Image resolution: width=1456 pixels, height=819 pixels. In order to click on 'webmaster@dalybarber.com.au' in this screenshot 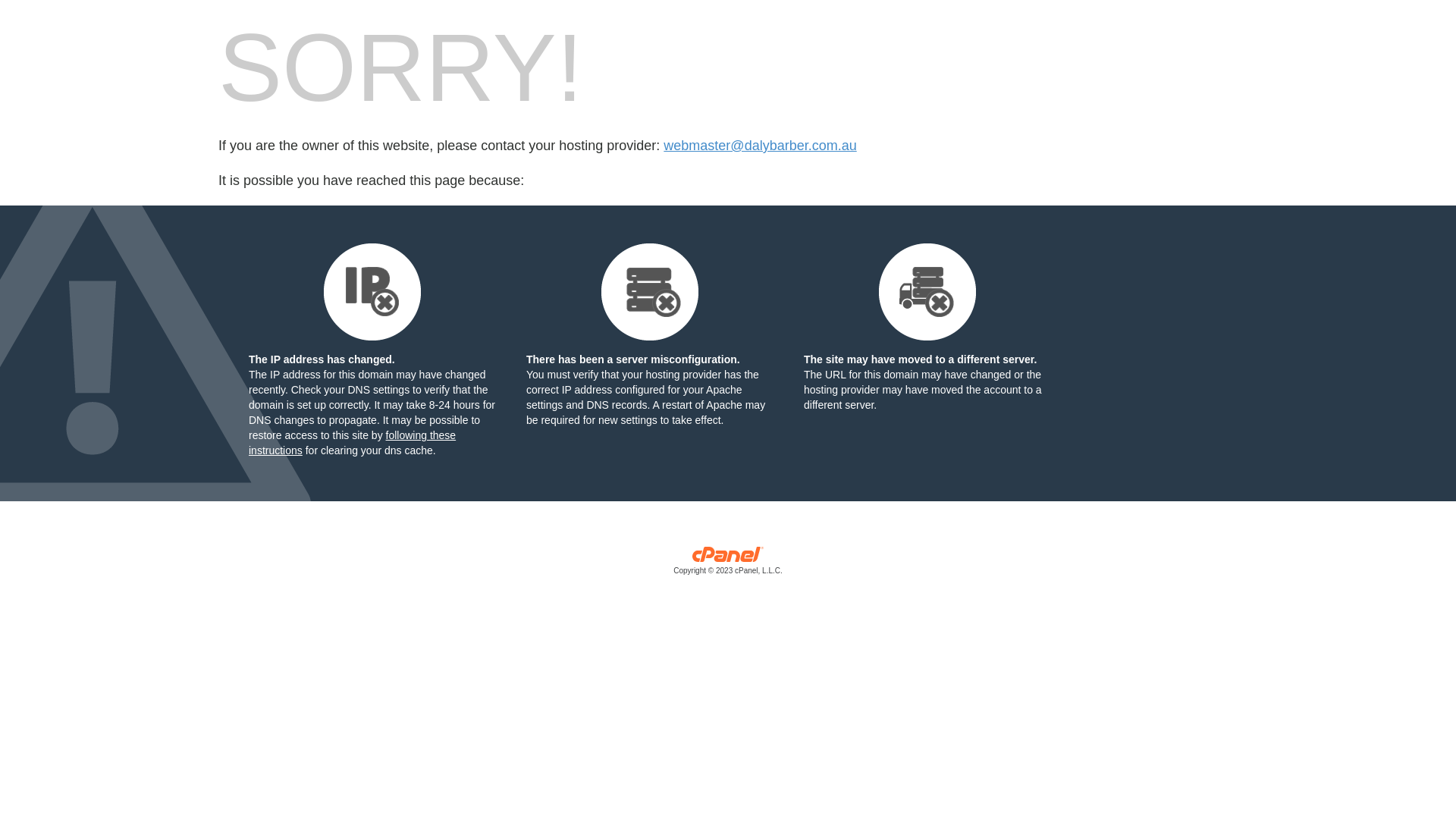, I will do `click(760, 146)`.